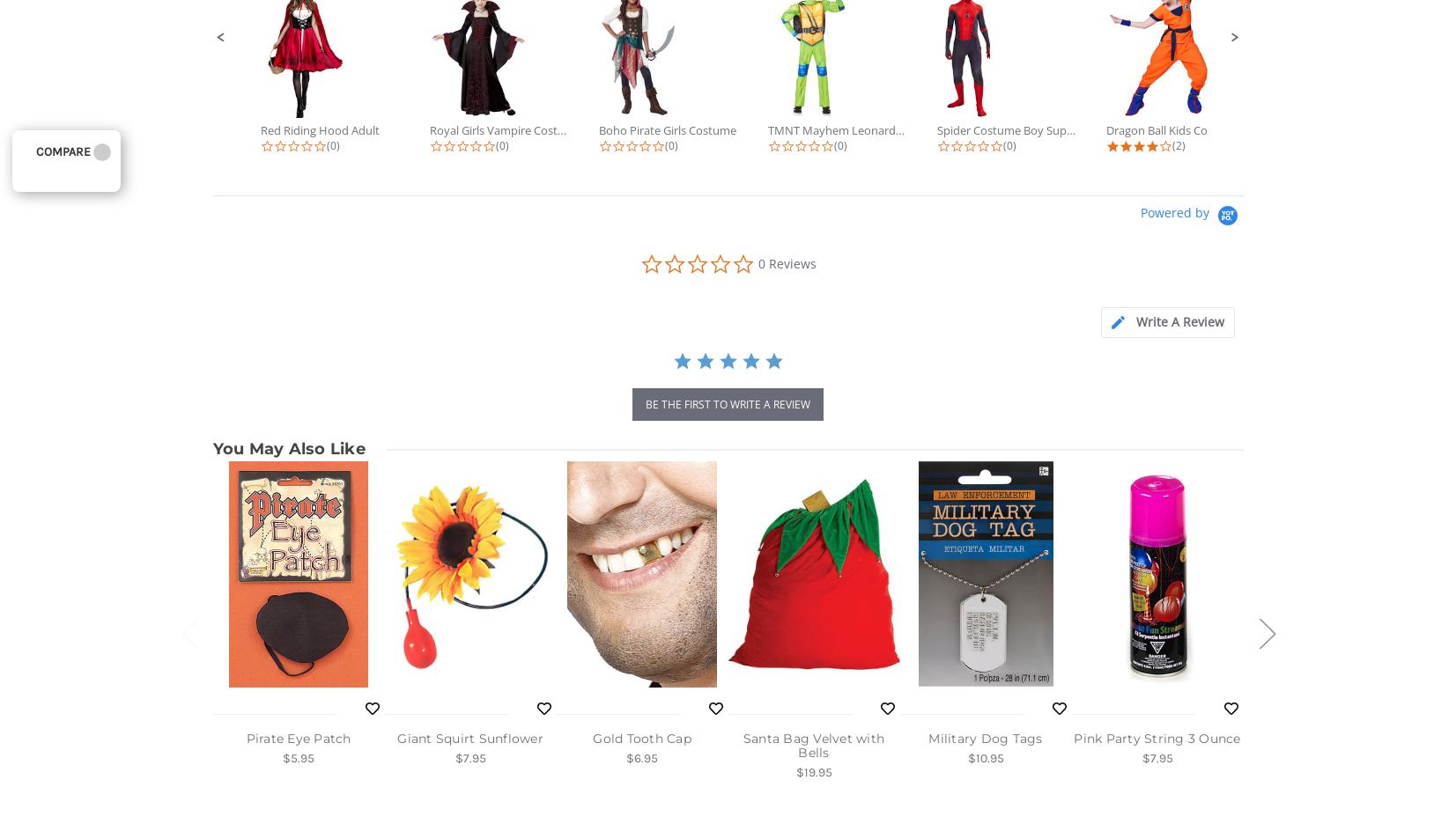 Image resolution: width=1456 pixels, height=824 pixels. What do you see at coordinates (1171, 144) in the screenshot?
I see `'(2)'` at bounding box center [1171, 144].